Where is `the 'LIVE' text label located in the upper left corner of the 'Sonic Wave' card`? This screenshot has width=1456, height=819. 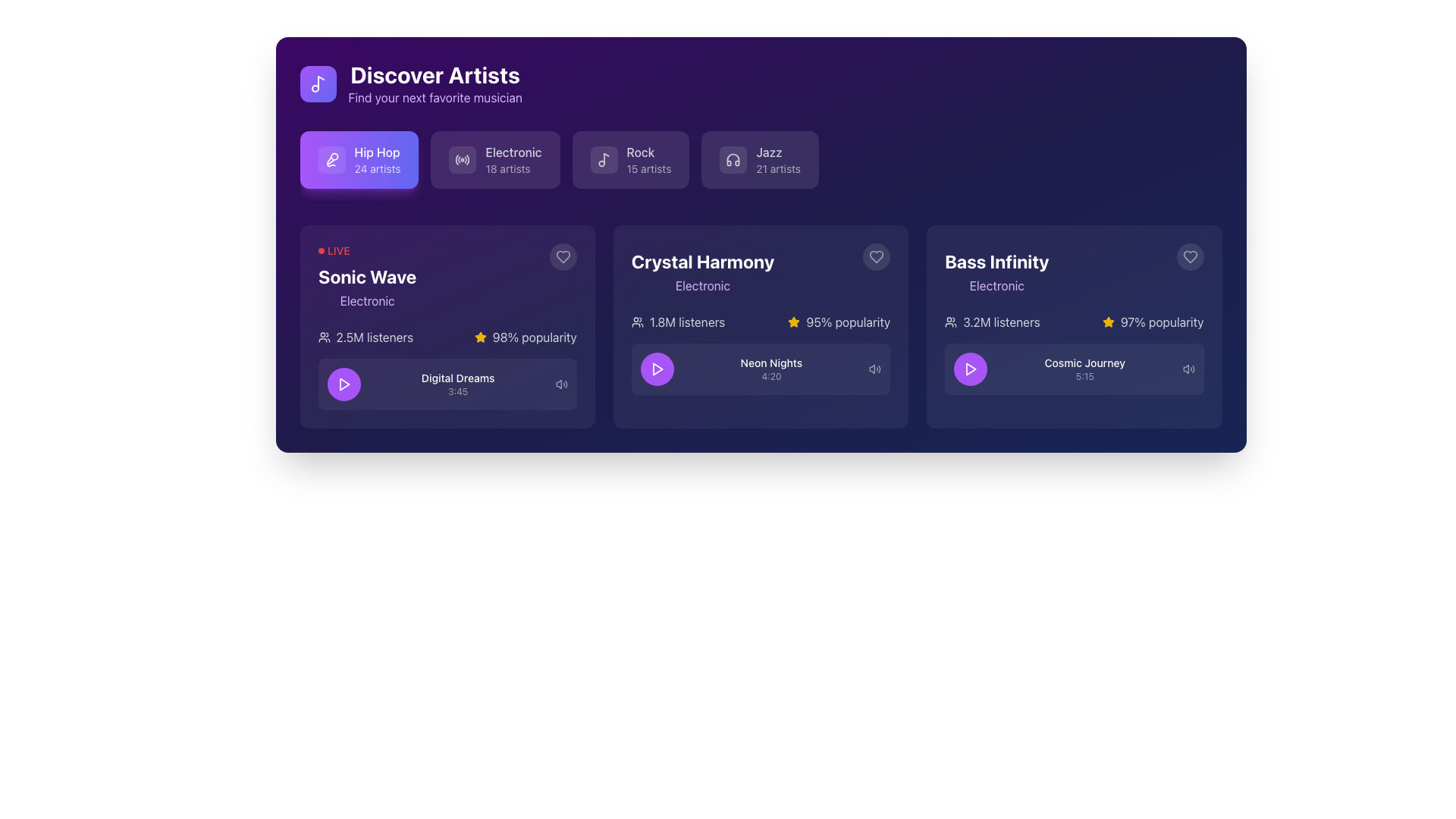 the 'LIVE' text label located in the upper left corner of the 'Sonic Wave' card is located at coordinates (337, 250).